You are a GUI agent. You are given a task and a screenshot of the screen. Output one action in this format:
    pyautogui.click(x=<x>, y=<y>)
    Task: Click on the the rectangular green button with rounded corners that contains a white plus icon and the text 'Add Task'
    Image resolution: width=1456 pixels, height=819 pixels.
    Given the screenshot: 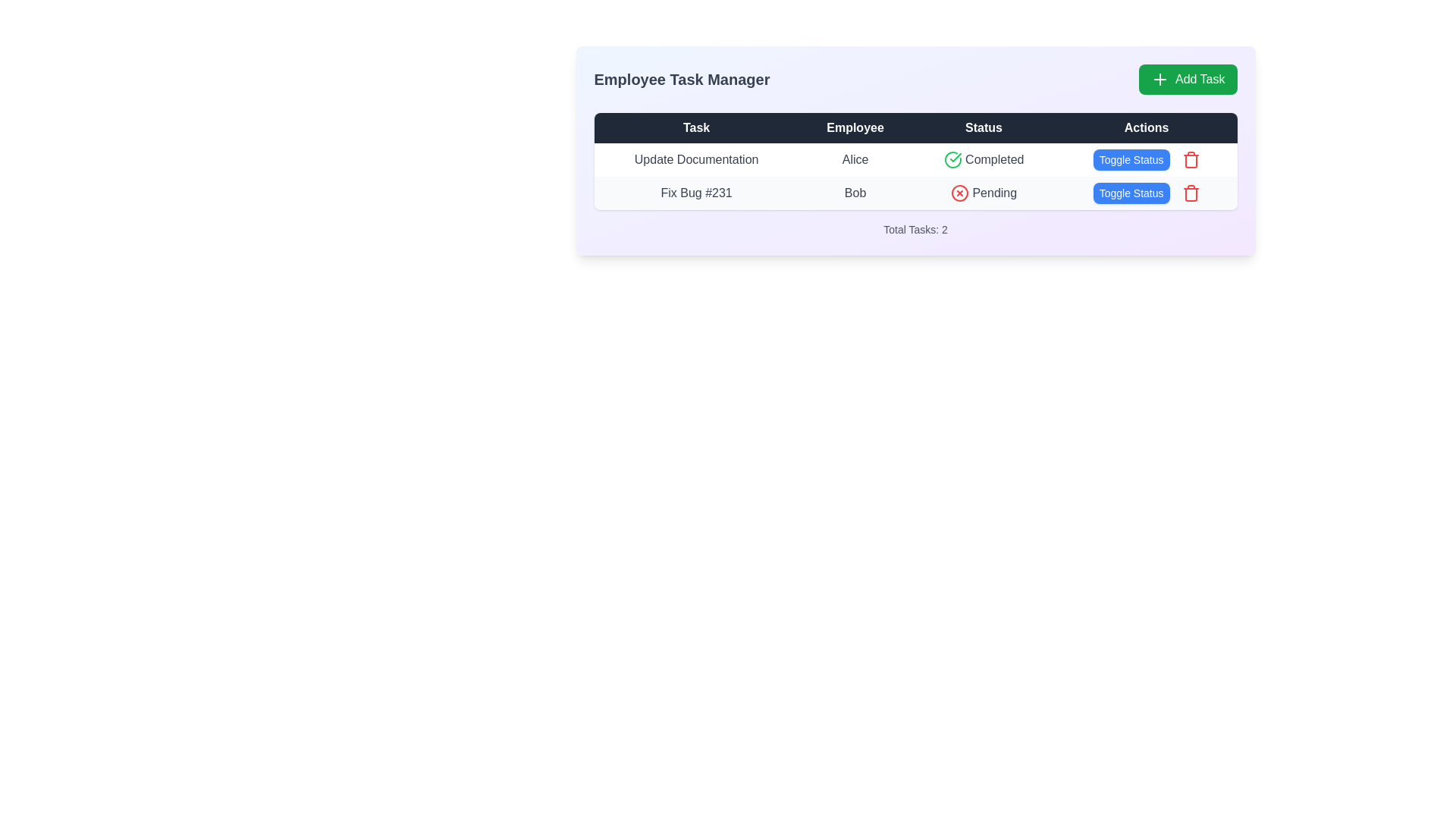 What is the action you would take?
    pyautogui.click(x=1187, y=79)
    